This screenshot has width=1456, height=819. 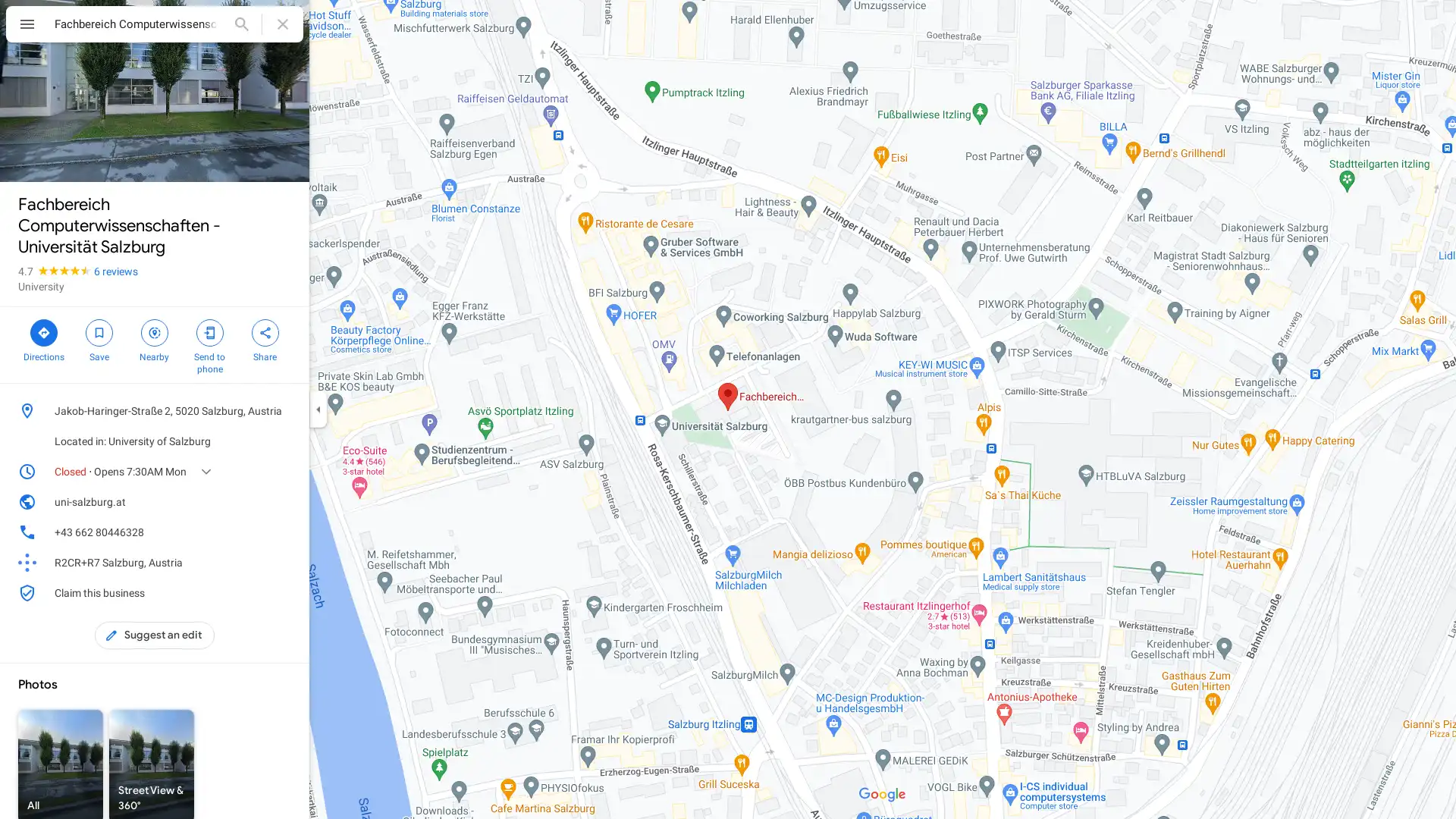 I want to click on University, so click(x=41, y=287).